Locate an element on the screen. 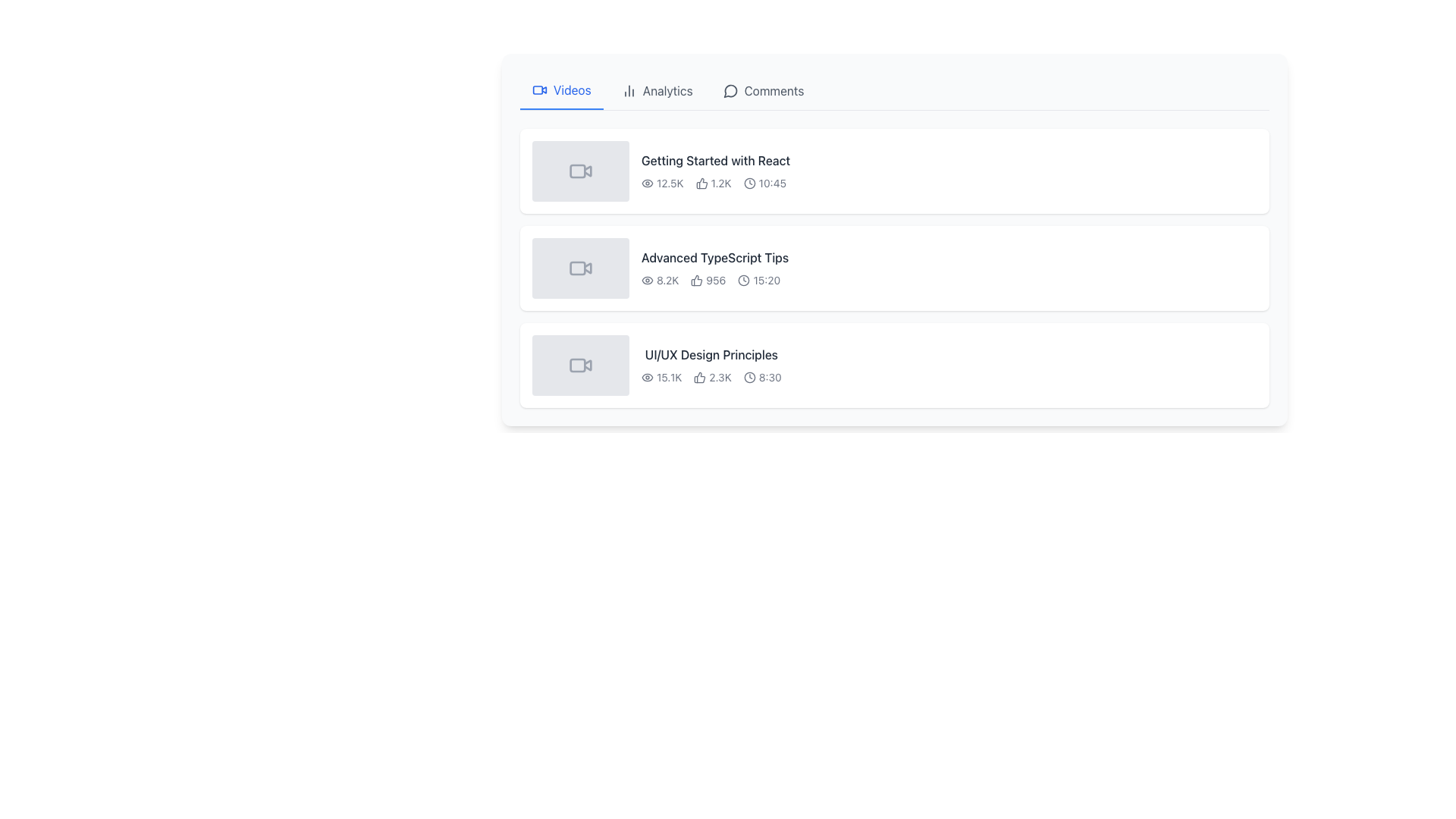  the metadata display element below the title 'Advanced TypeScript Tips' is located at coordinates (714, 281).